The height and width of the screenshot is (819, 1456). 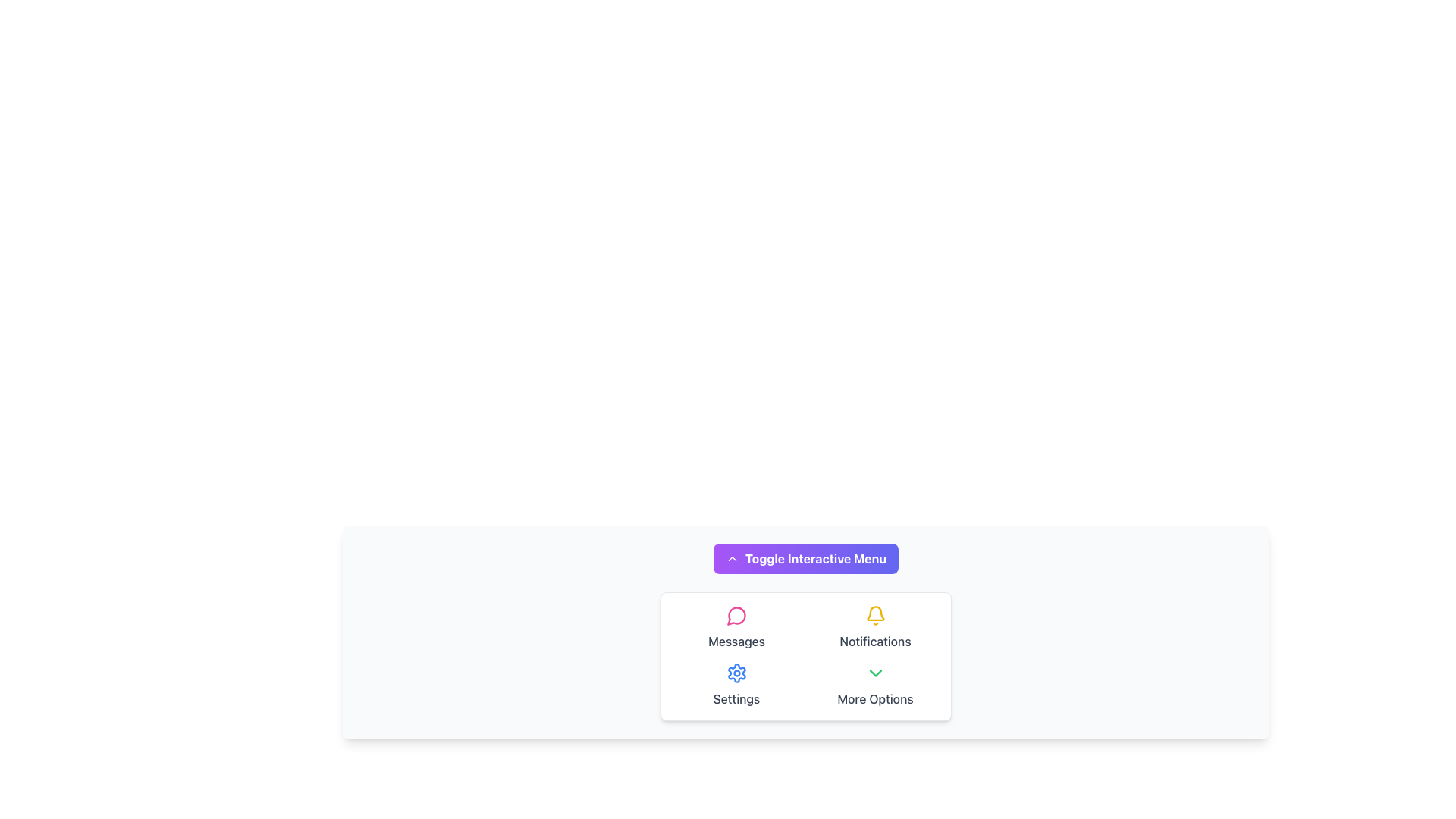 I want to click on the main body of the bell icon within the notification area, which is the larger graphical representation among its siblings, so click(x=875, y=613).